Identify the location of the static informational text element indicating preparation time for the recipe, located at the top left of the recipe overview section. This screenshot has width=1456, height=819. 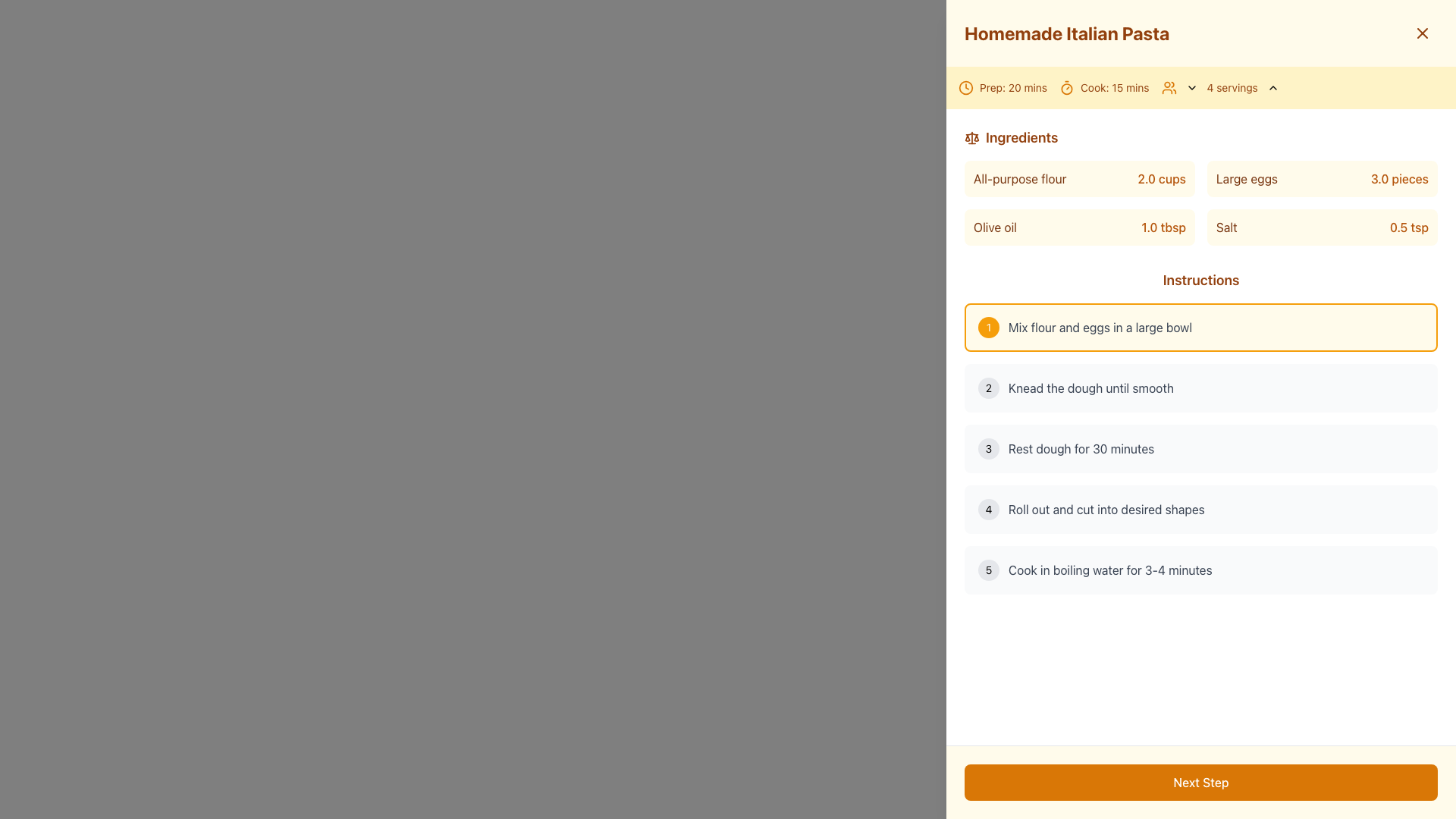
(1003, 87).